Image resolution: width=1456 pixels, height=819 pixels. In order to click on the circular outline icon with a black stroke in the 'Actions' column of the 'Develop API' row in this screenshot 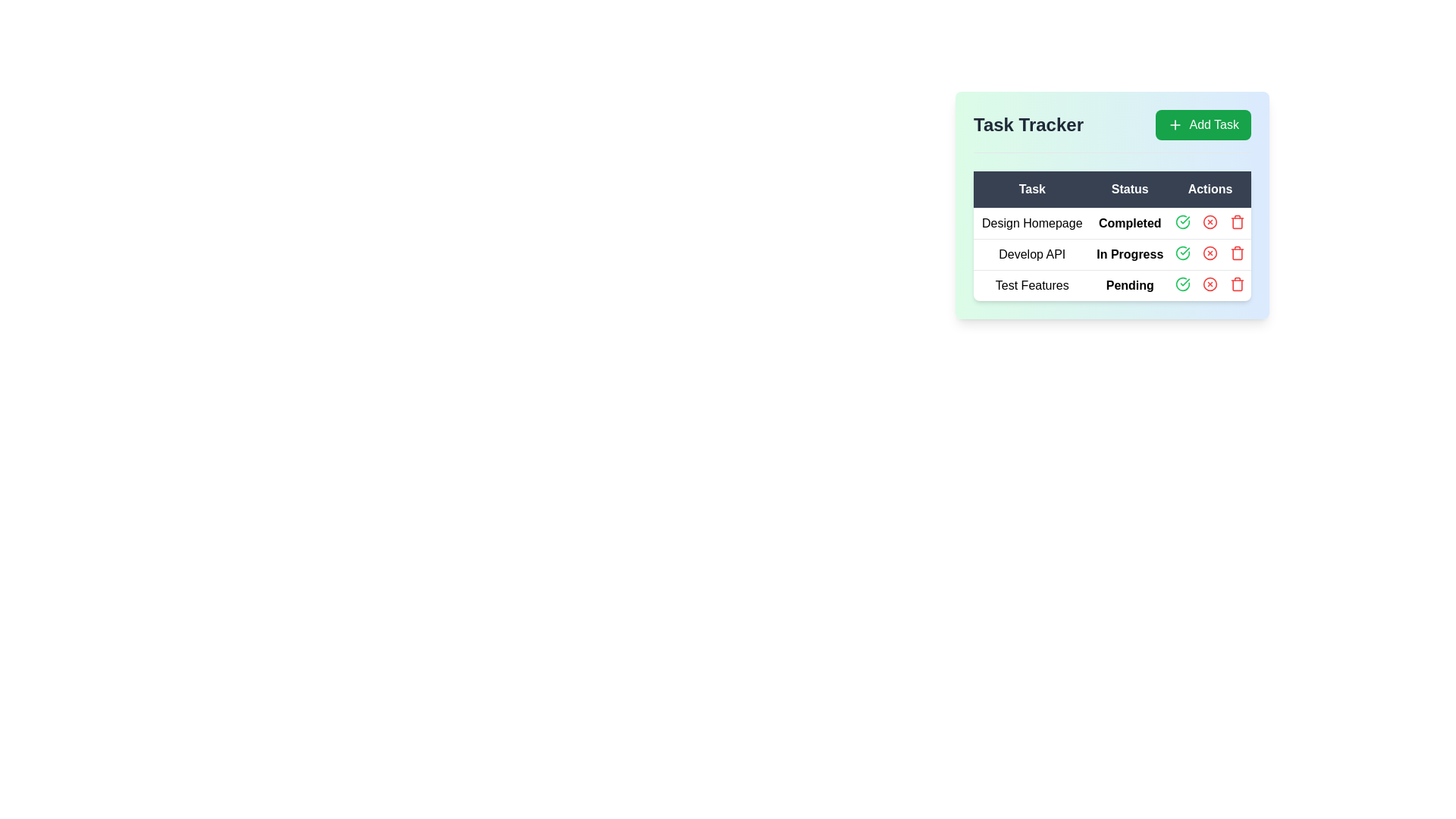, I will do `click(1210, 253)`.